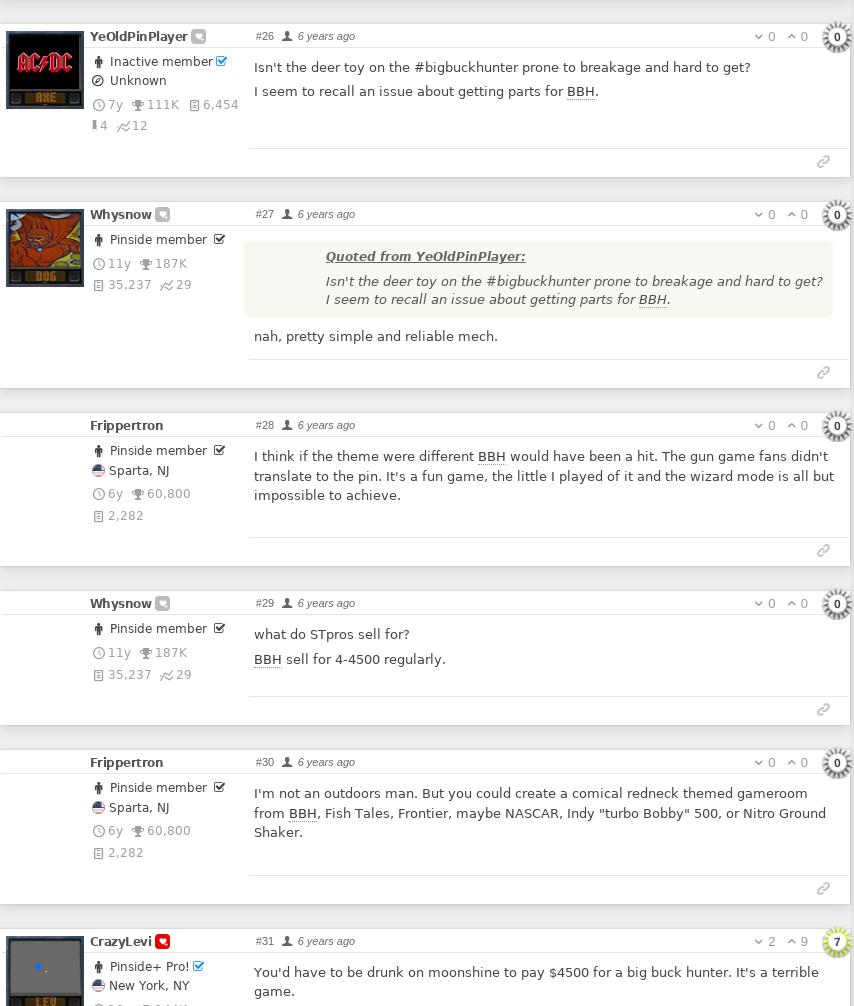 This screenshot has width=854, height=1006. I want to click on 'You'd have to be drunk on moonshine to pay $4500 for a big buck hunter. It's a terrible game.', so click(535, 980).